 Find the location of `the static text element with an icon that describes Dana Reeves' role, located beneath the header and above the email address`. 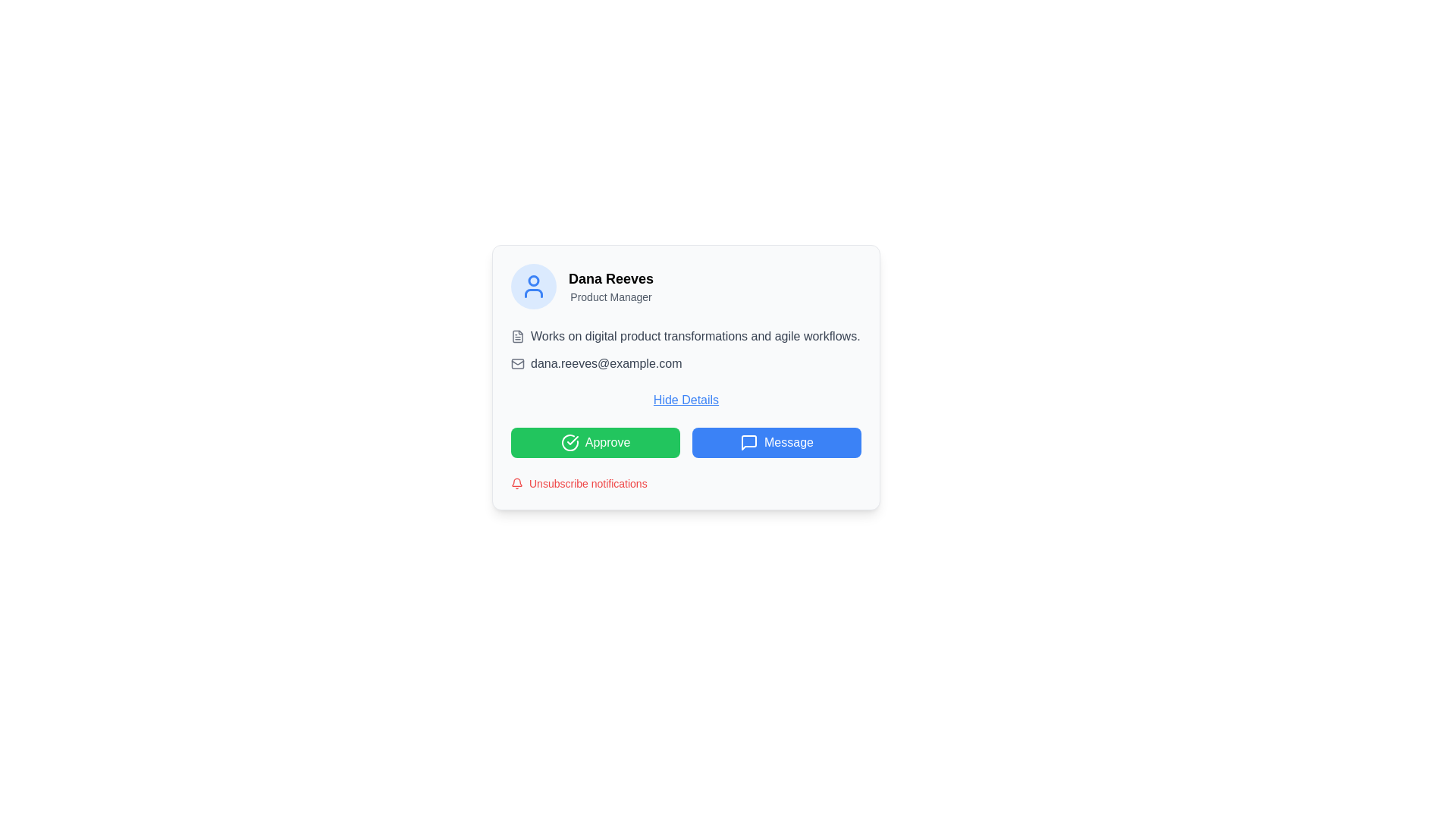

the static text element with an icon that describes Dana Reeves' role, located beneath the header and above the email address is located at coordinates (686, 335).